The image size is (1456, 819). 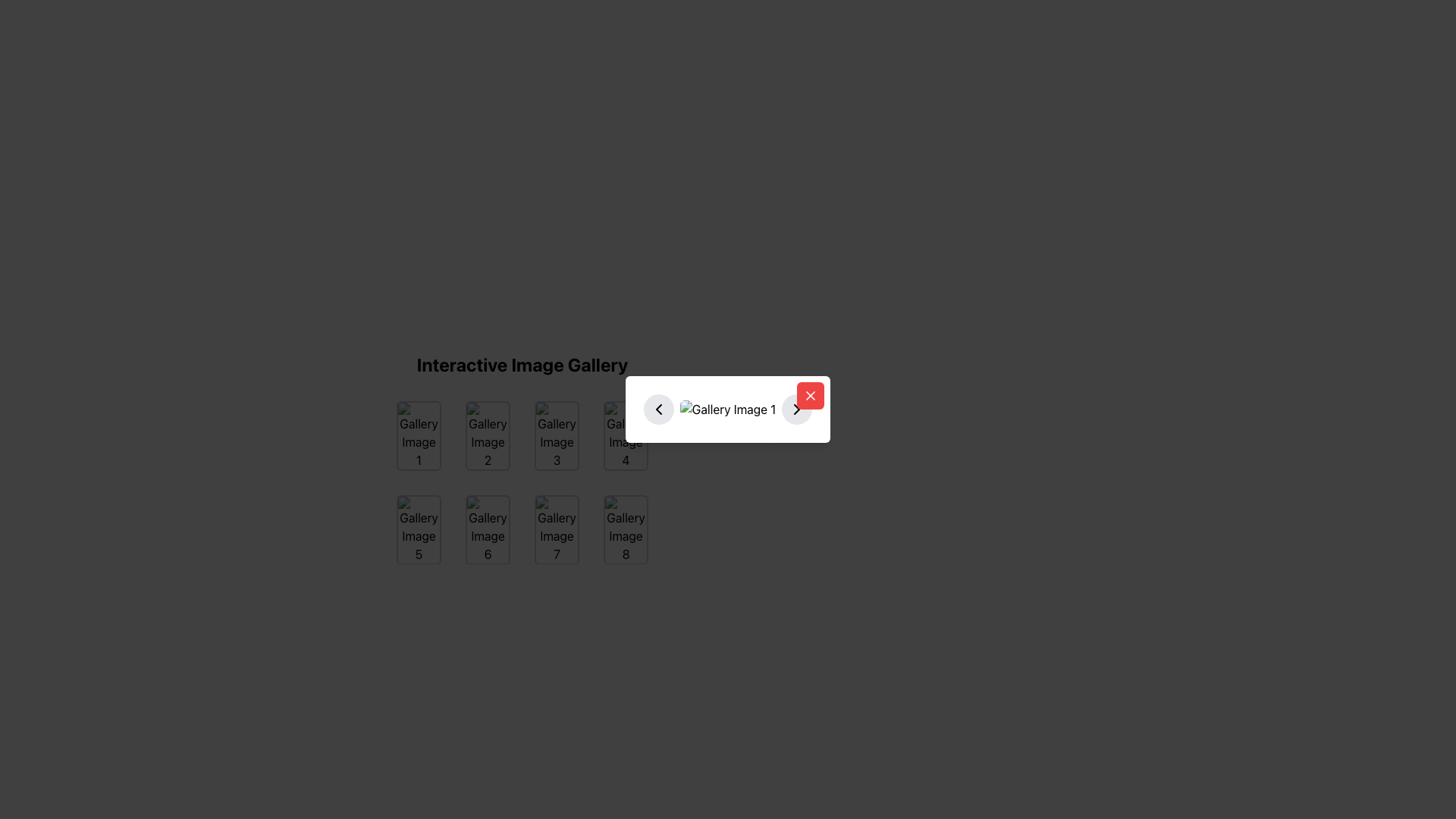 What do you see at coordinates (796, 409) in the screenshot?
I see `the rightmost circular button with a light gray background and a right chevron icon in black` at bounding box center [796, 409].